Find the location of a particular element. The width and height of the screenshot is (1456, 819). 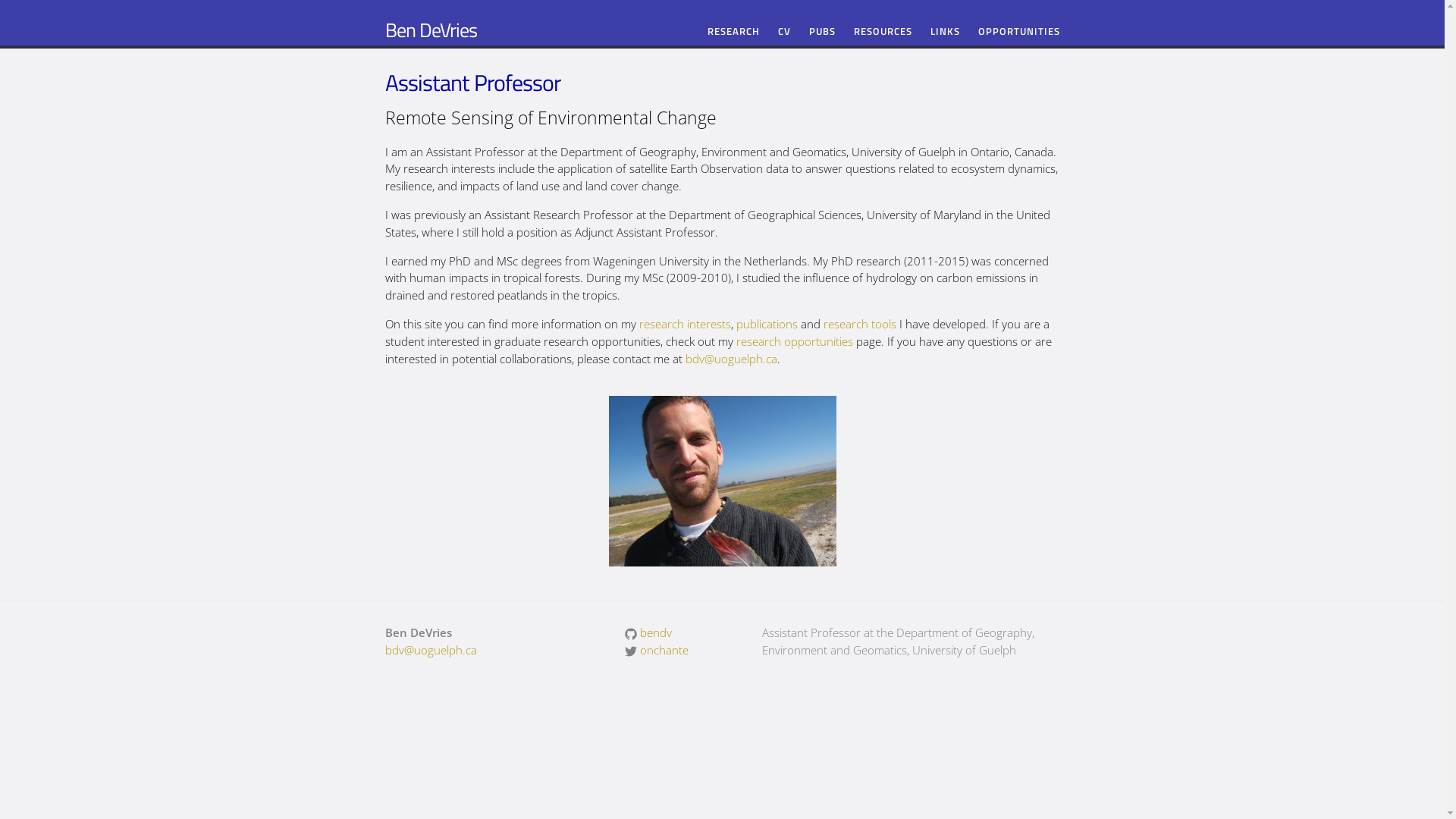

'research opportunities' is located at coordinates (792, 341).